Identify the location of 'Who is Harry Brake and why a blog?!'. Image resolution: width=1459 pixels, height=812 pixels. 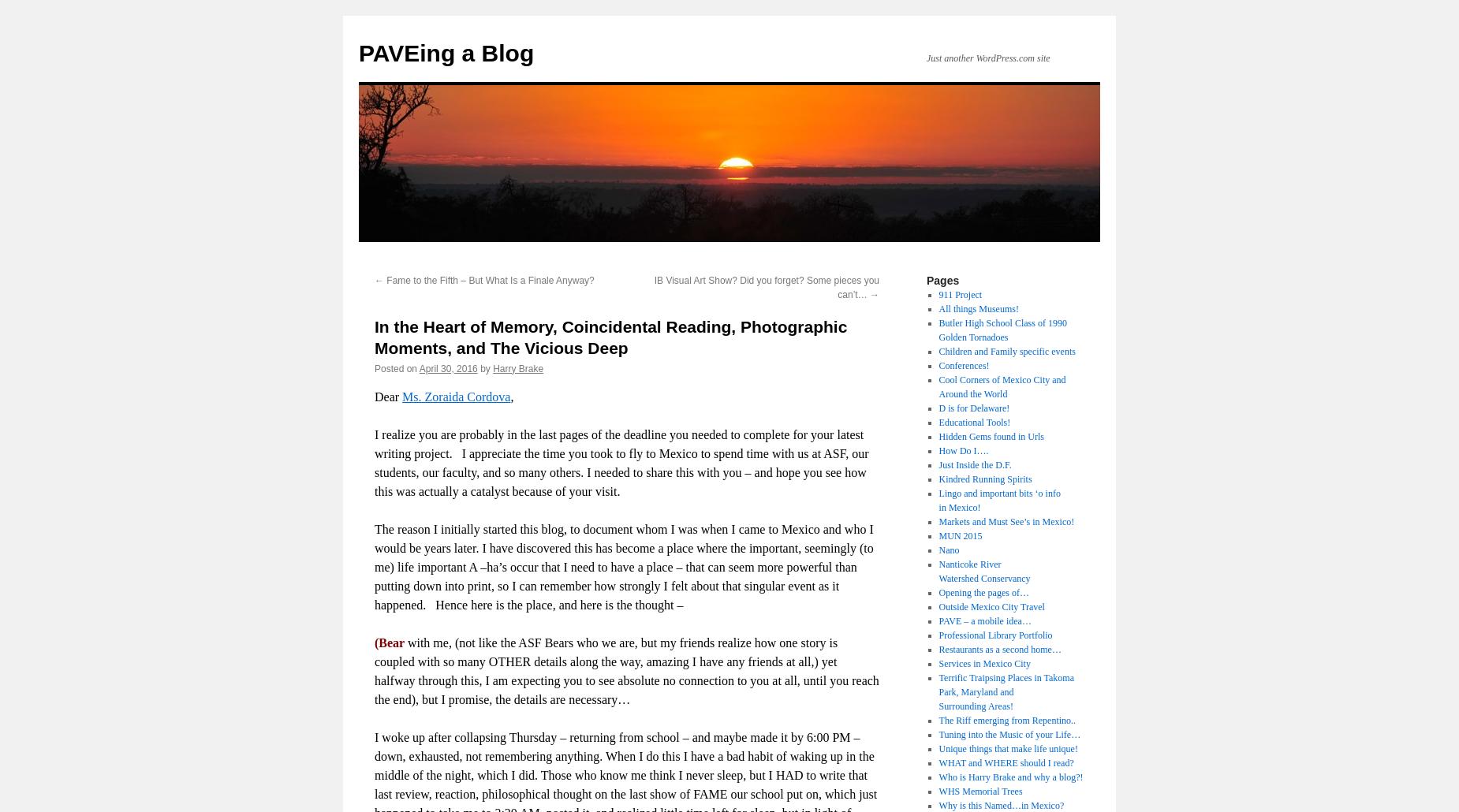
(1009, 777).